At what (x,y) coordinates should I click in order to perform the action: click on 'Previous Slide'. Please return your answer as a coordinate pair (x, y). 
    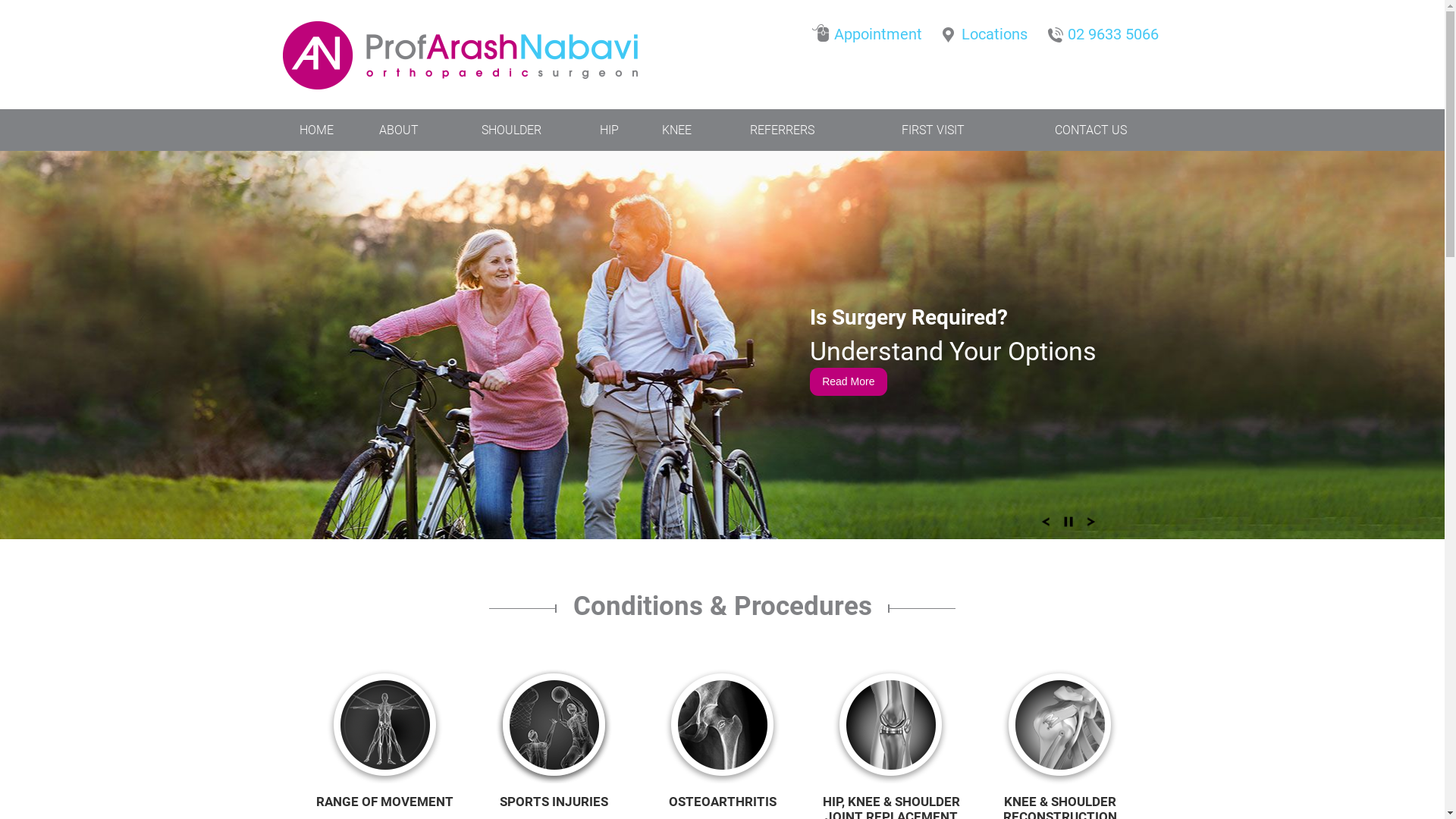
    Looking at the image, I should click on (1044, 526).